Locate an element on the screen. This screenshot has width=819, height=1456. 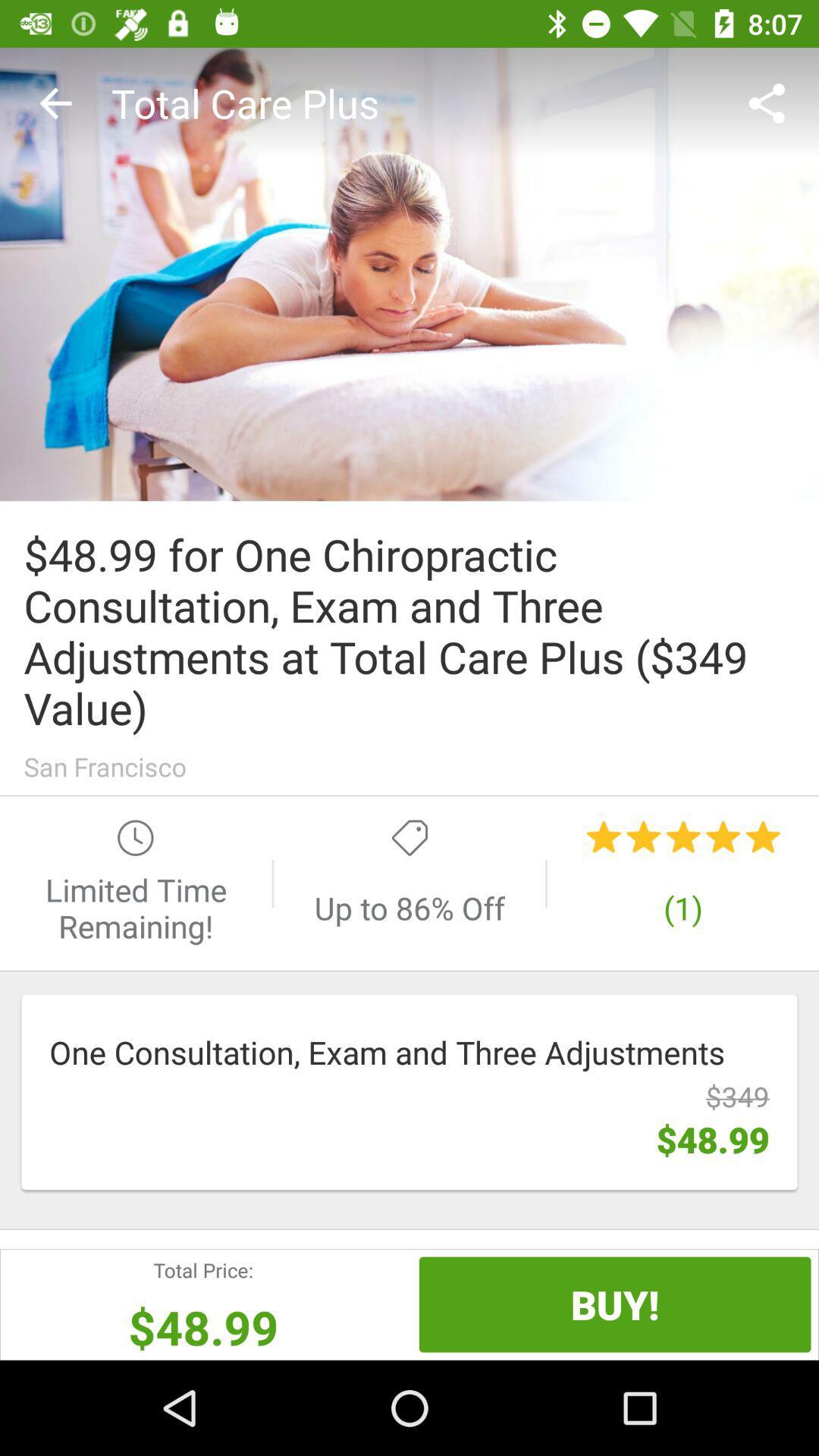
the item next to the total care plus is located at coordinates (771, 102).